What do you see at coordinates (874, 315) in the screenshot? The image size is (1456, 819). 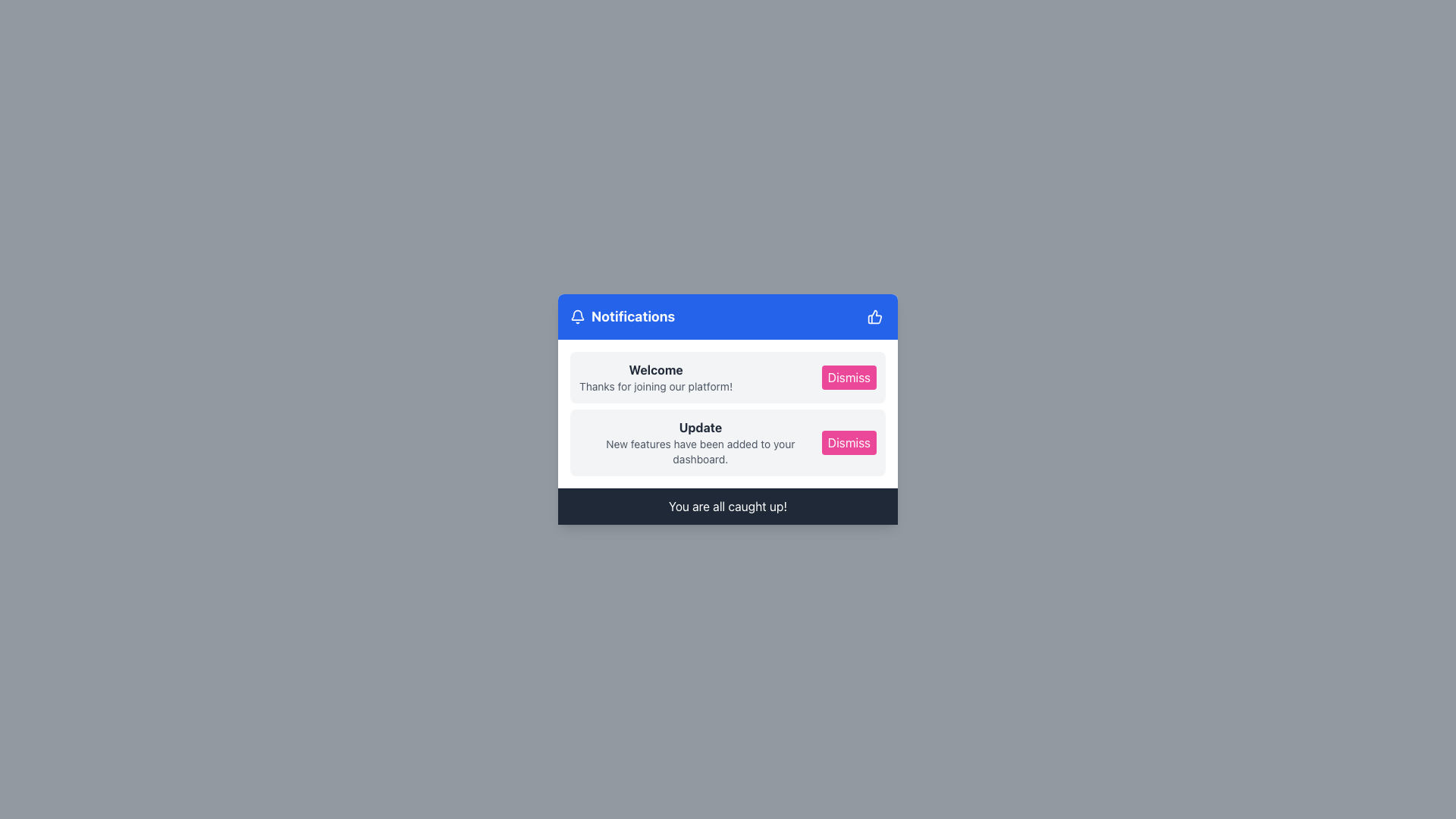 I see `the small blue button with a white thumbs-up icon located at the top-right corner of the 'Notifications' title bar` at bounding box center [874, 315].